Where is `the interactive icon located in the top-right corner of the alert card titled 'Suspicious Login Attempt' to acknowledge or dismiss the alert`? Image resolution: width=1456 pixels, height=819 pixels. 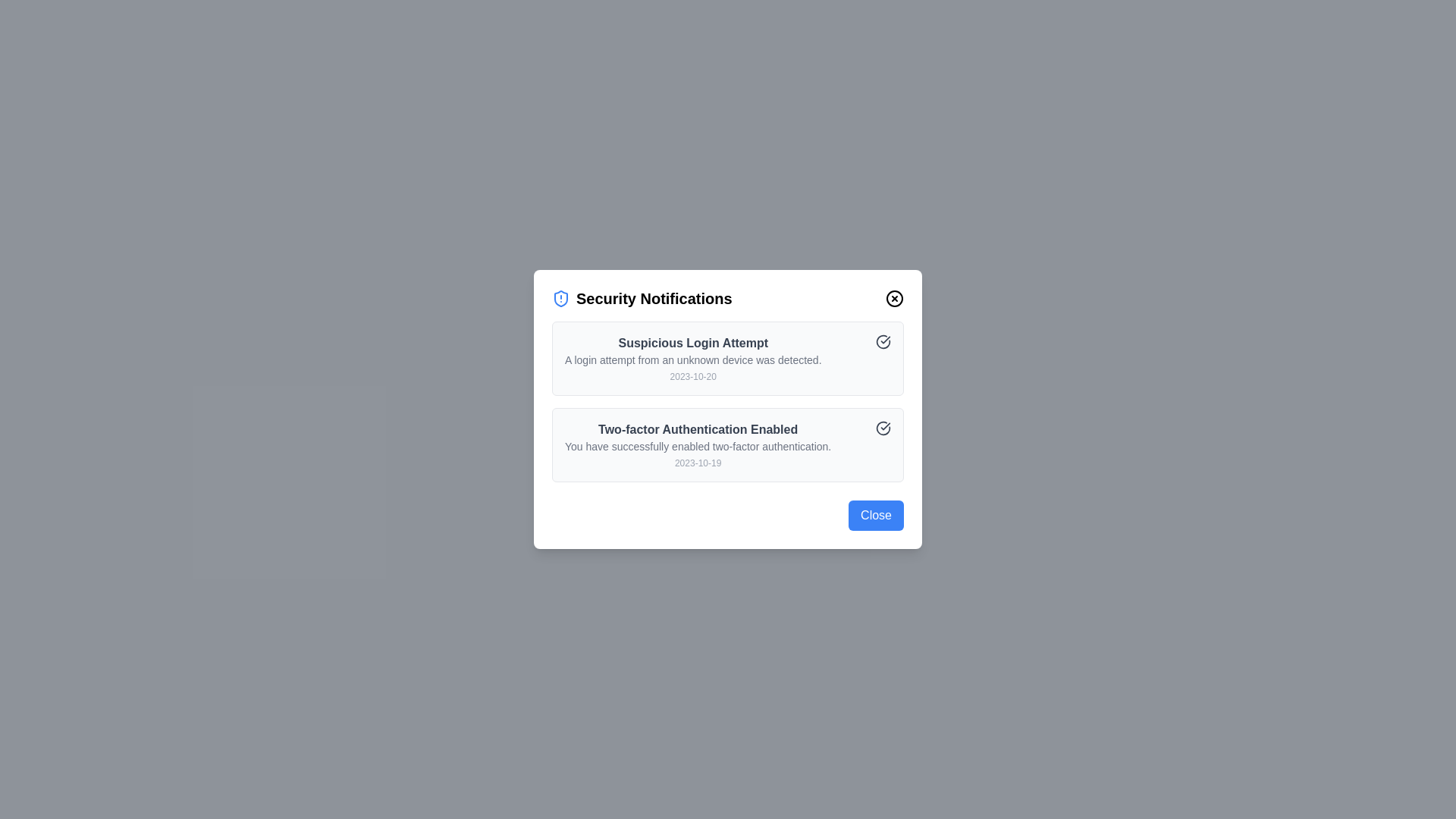
the interactive icon located in the top-right corner of the alert card titled 'Suspicious Login Attempt' to acknowledge or dismiss the alert is located at coordinates (883, 342).